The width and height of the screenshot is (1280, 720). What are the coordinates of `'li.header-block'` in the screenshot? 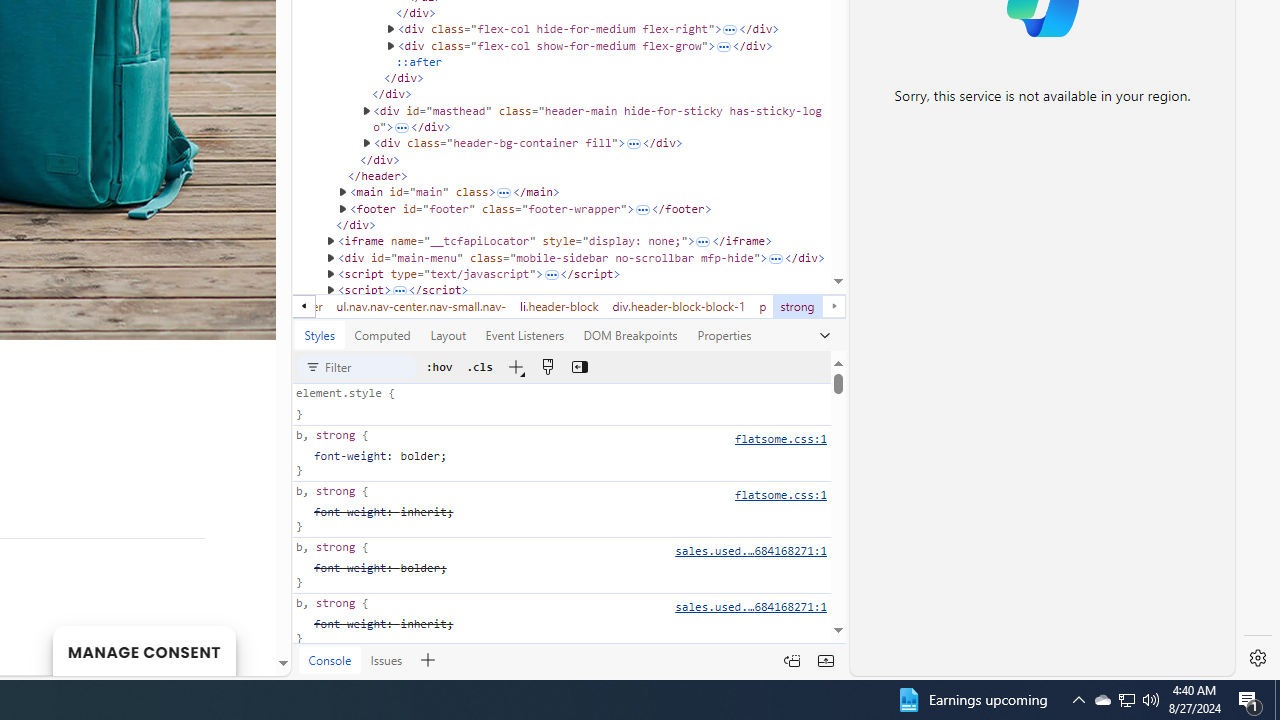 It's located at (559, 306).